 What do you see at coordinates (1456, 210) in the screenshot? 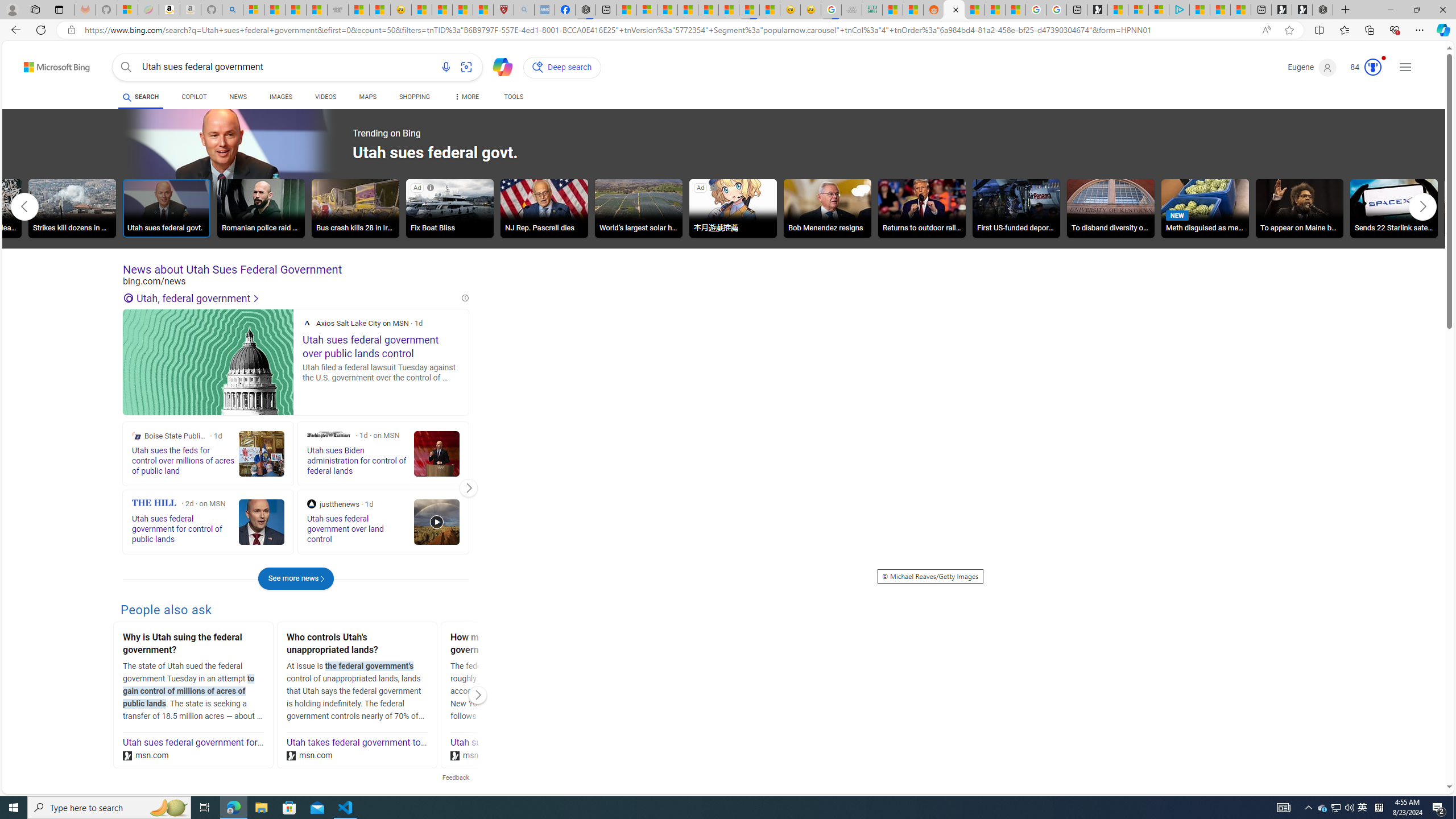
I see `'Tanker adrift in Red Sea'` at bounding box center [1456, 210].